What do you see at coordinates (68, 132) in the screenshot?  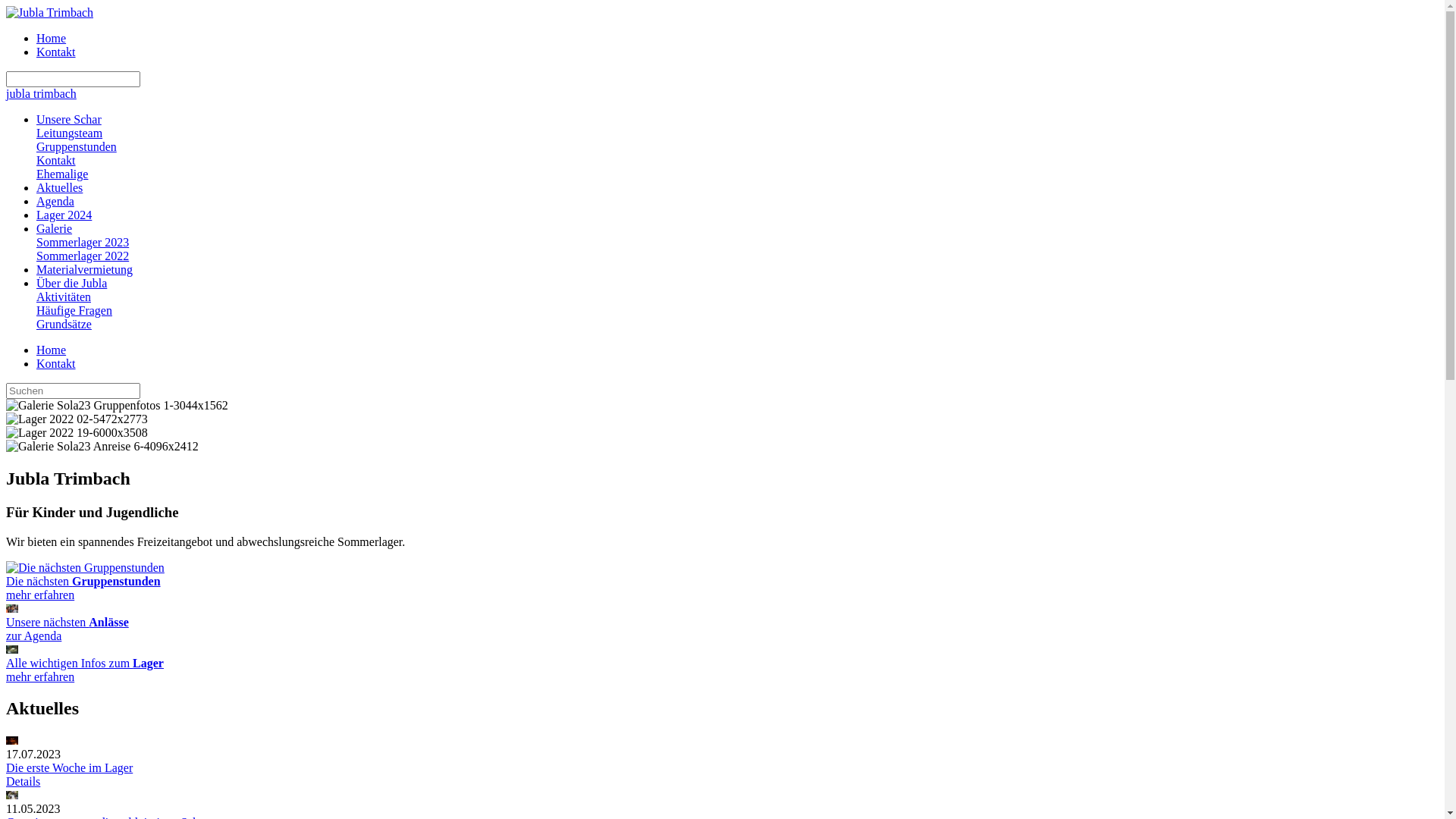 I see `'Leitungsteam'` at bounding box center [68, 132].